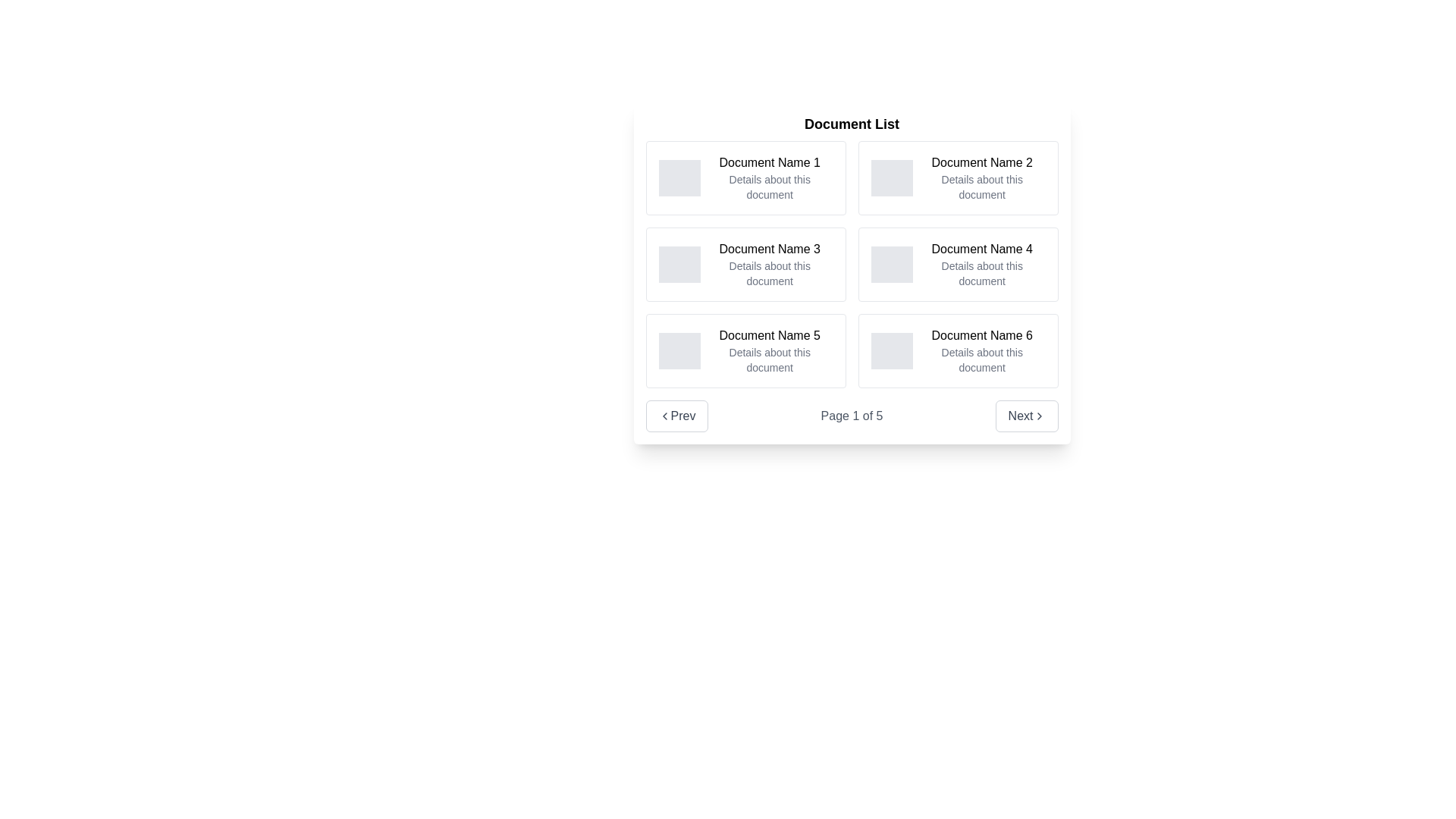 This screenshot has height=819, width=1456. I want to click on the chevron arrow icon inside the 'Prev' button located at the bottom left corner of the document list interface to navigate to the previous page or content, so click(664, 416).